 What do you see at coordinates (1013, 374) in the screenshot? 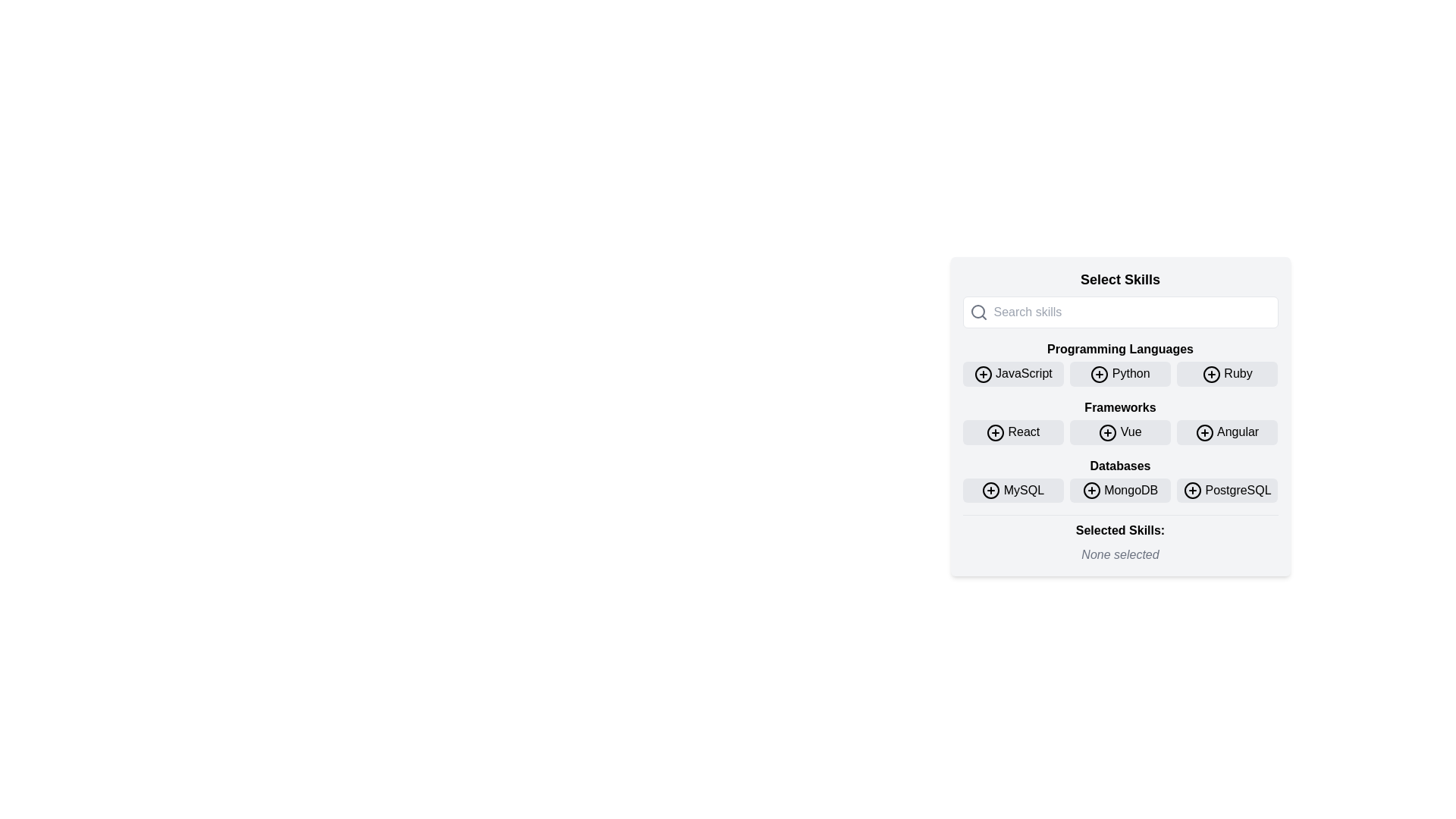
I see `the 'JavaScript' button in the 'Select Skills' panel` at bounding box center [1013, 374].